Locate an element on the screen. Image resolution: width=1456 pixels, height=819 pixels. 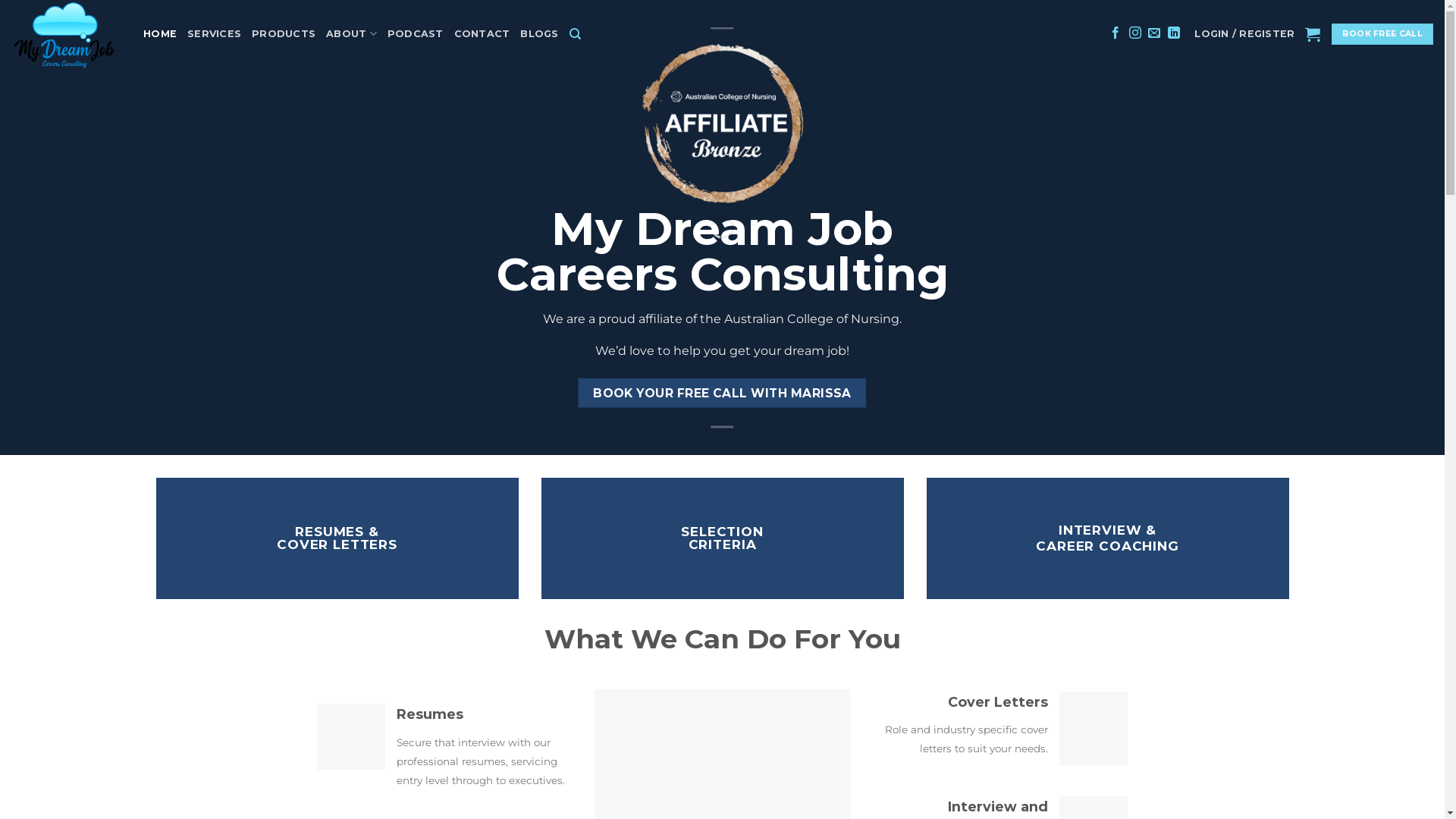
'Follow on LinkedIn' is located at coordinates (1173, 33).